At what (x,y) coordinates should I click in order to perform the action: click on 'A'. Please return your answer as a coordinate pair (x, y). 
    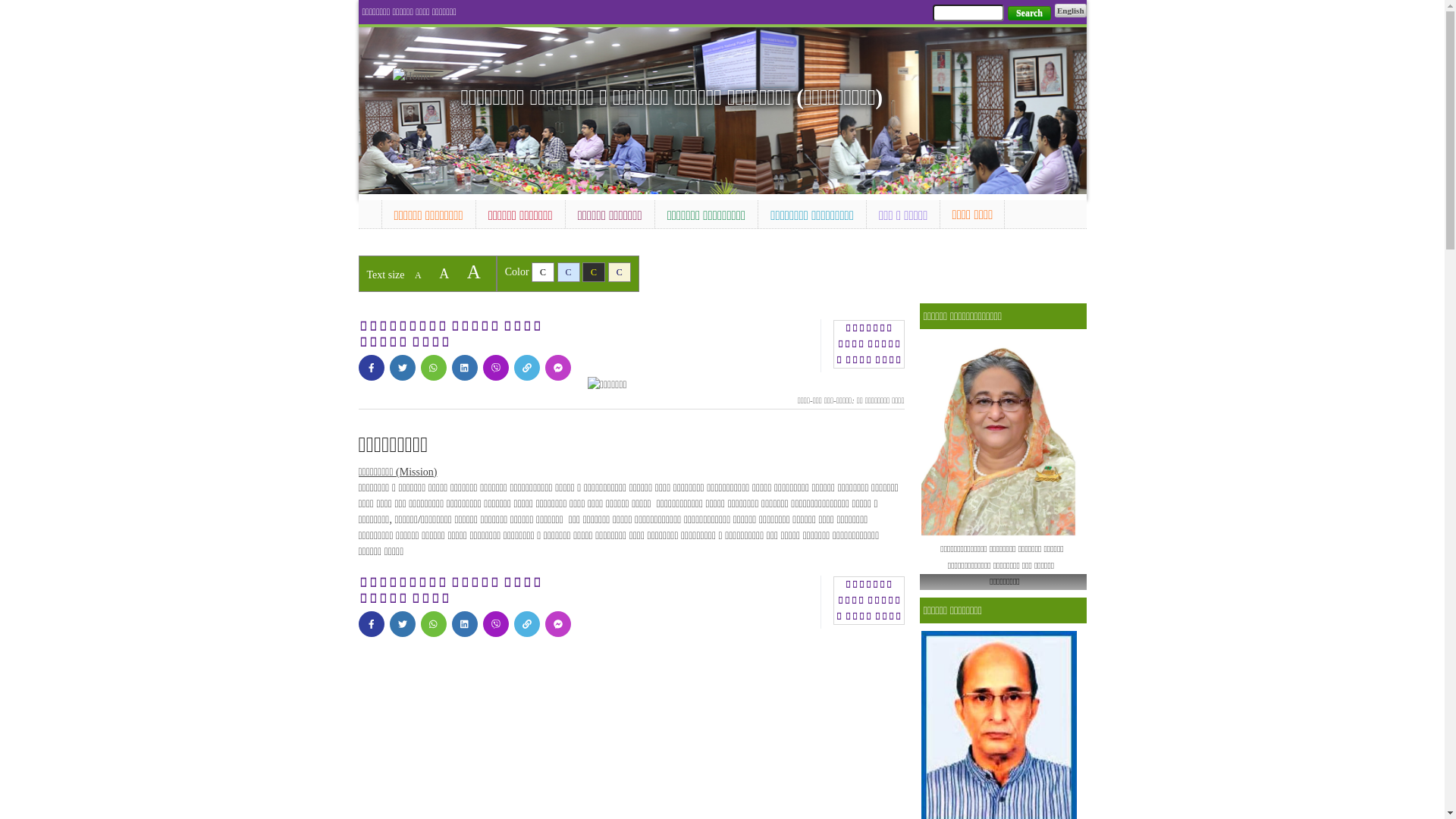
    Looking at the image, I should click on (418, 275).